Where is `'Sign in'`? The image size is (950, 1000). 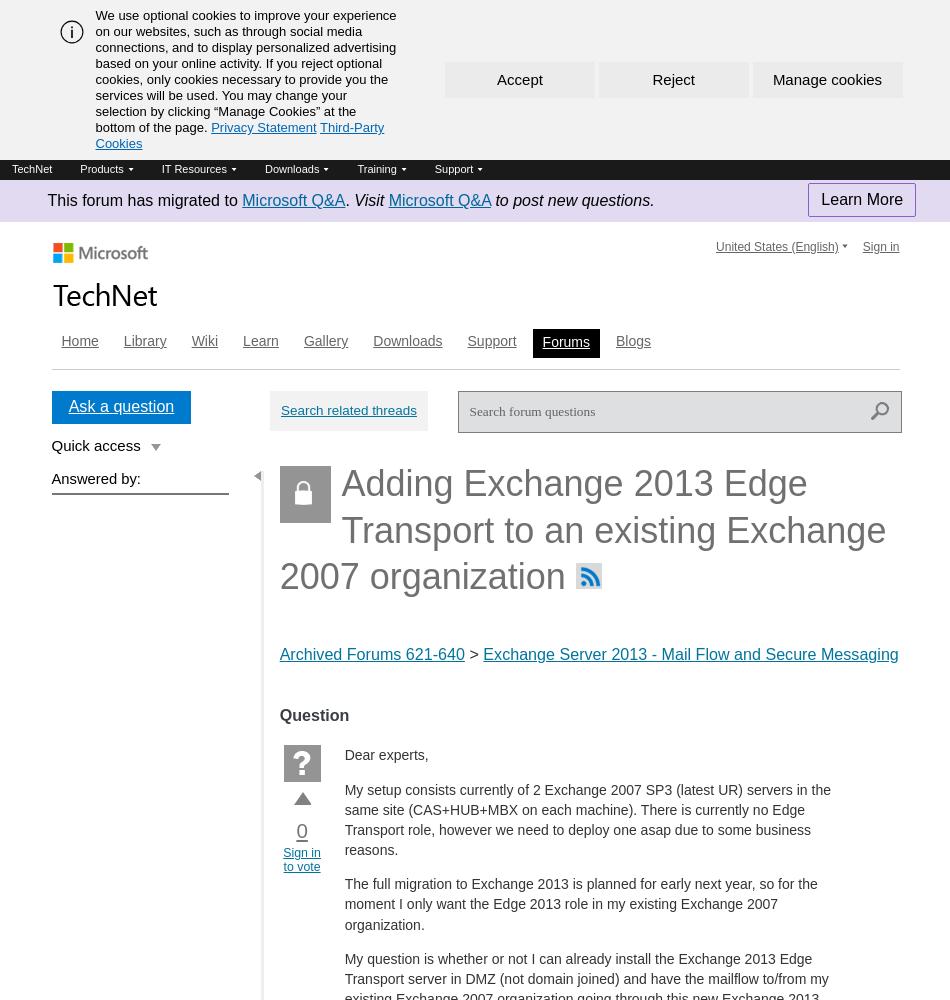 'Sign in' is located at coordinates (879, 246).